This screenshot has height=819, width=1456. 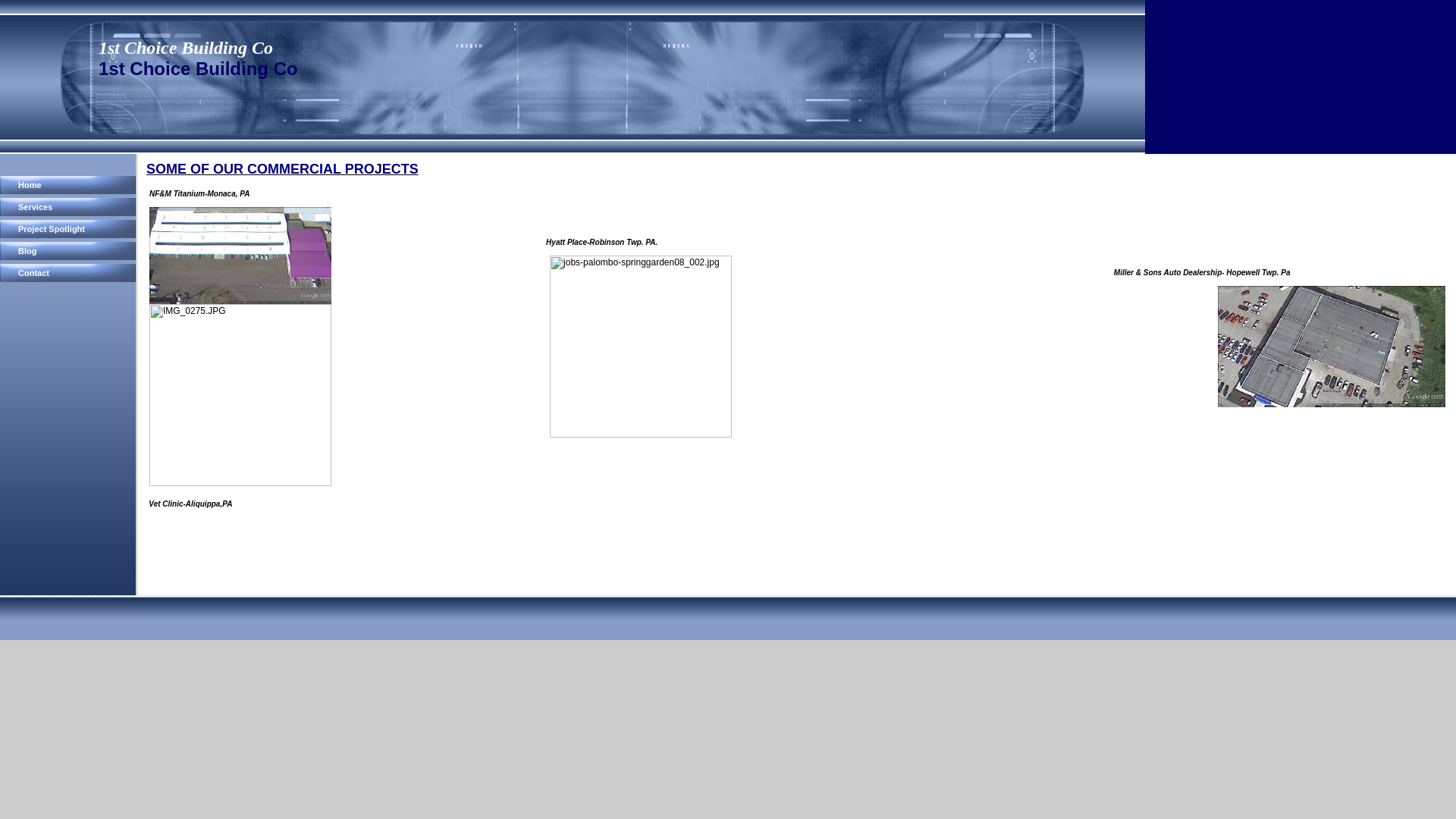 I want to click on 'Contact', so click(x=68, y=271).